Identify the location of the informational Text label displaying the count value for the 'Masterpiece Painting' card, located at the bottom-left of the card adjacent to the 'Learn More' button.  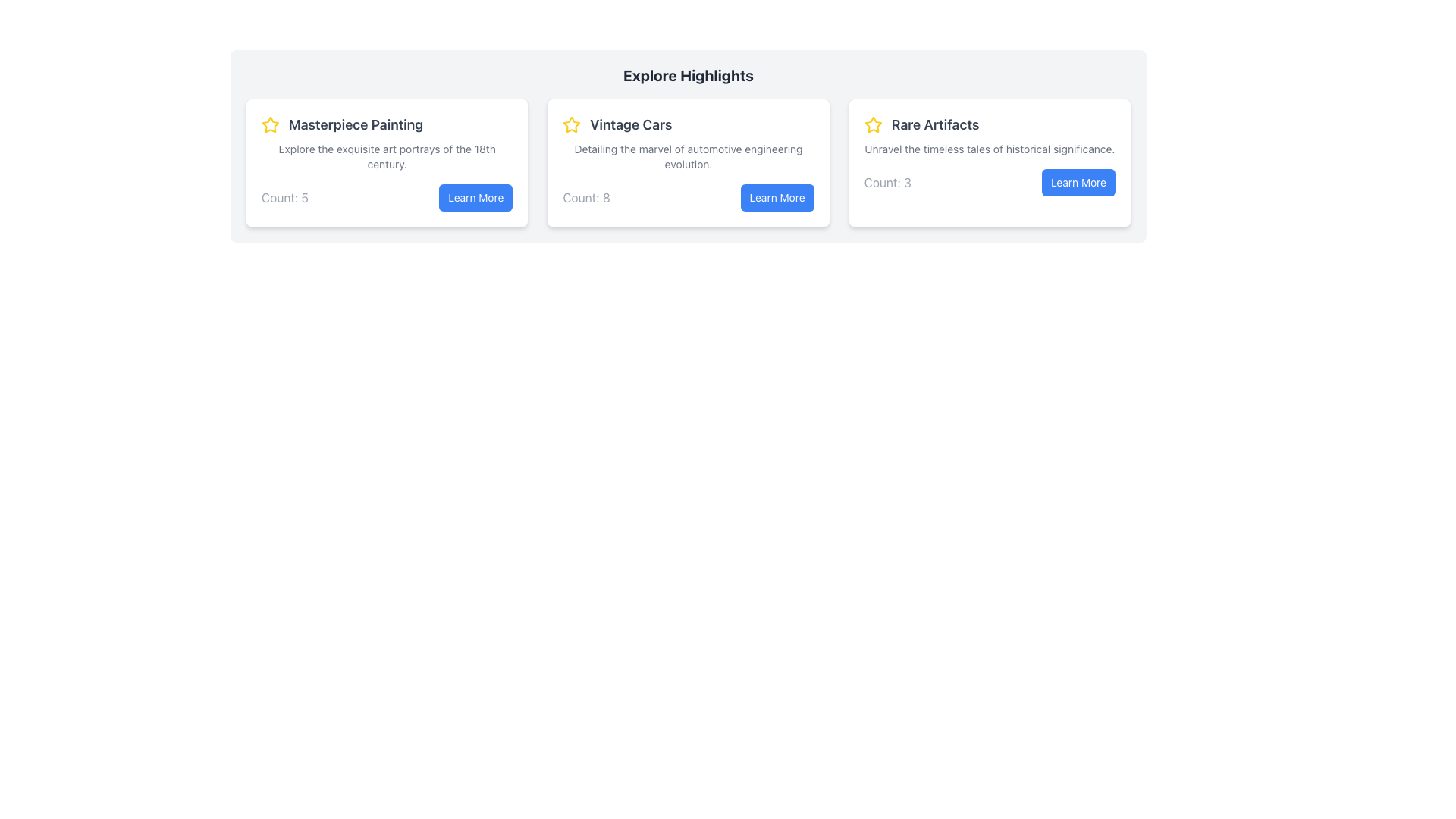
(284, 197).